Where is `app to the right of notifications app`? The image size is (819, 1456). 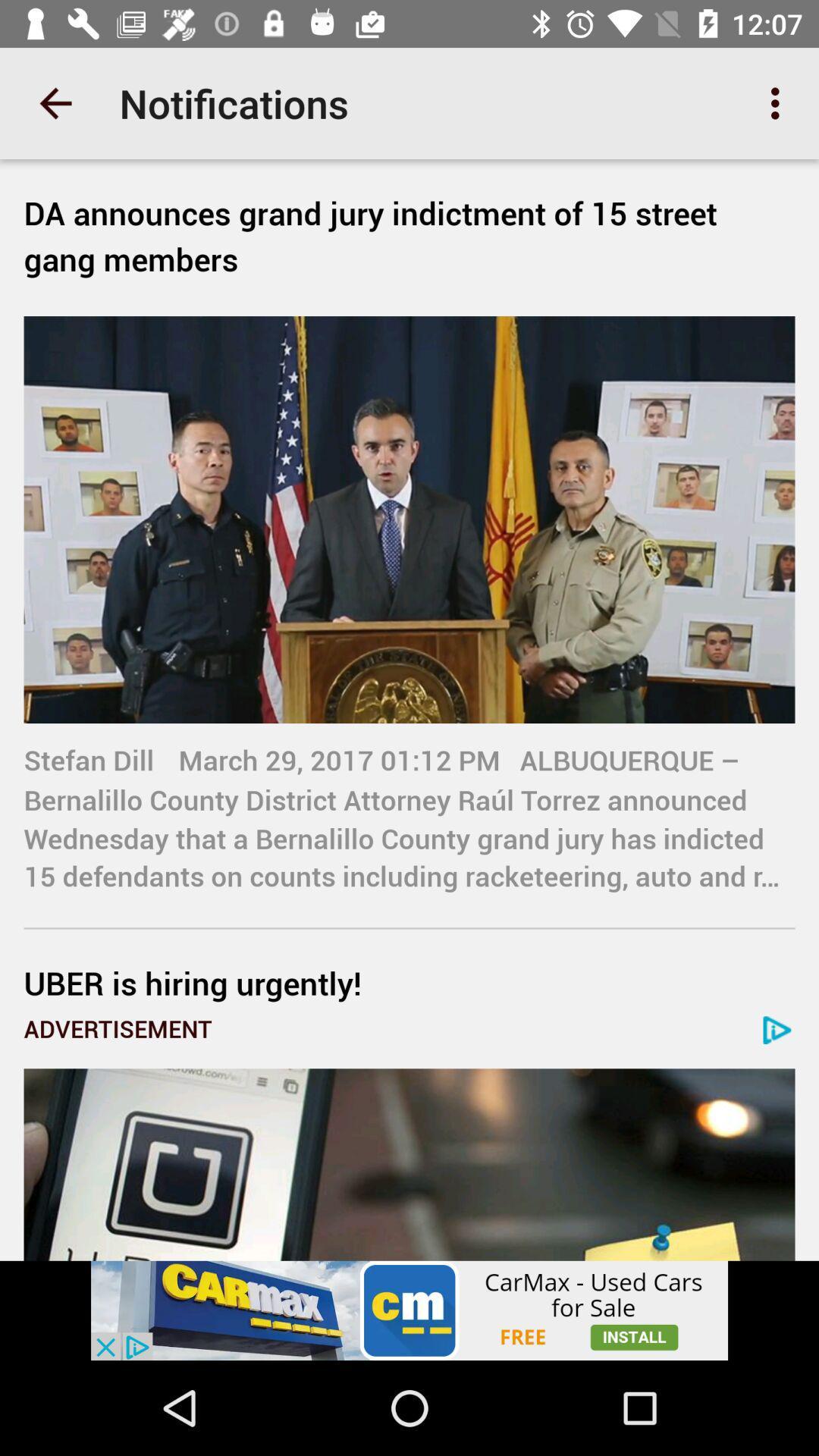
app to the right of notifications app is located at coordinates (779, 102).